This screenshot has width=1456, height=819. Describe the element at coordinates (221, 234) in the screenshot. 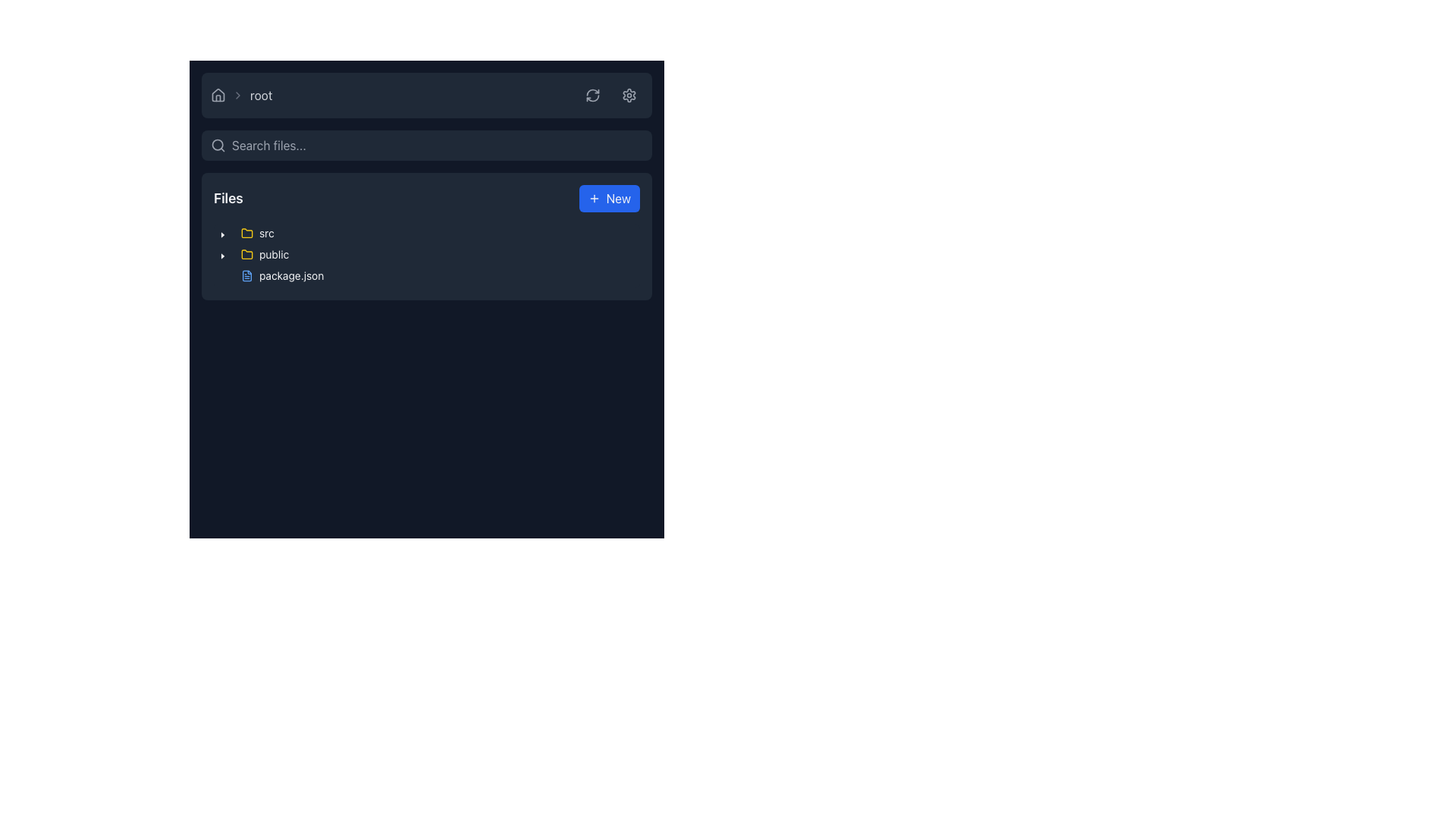

I see `the triangular toggle button next to the 'src' folder` at that location.